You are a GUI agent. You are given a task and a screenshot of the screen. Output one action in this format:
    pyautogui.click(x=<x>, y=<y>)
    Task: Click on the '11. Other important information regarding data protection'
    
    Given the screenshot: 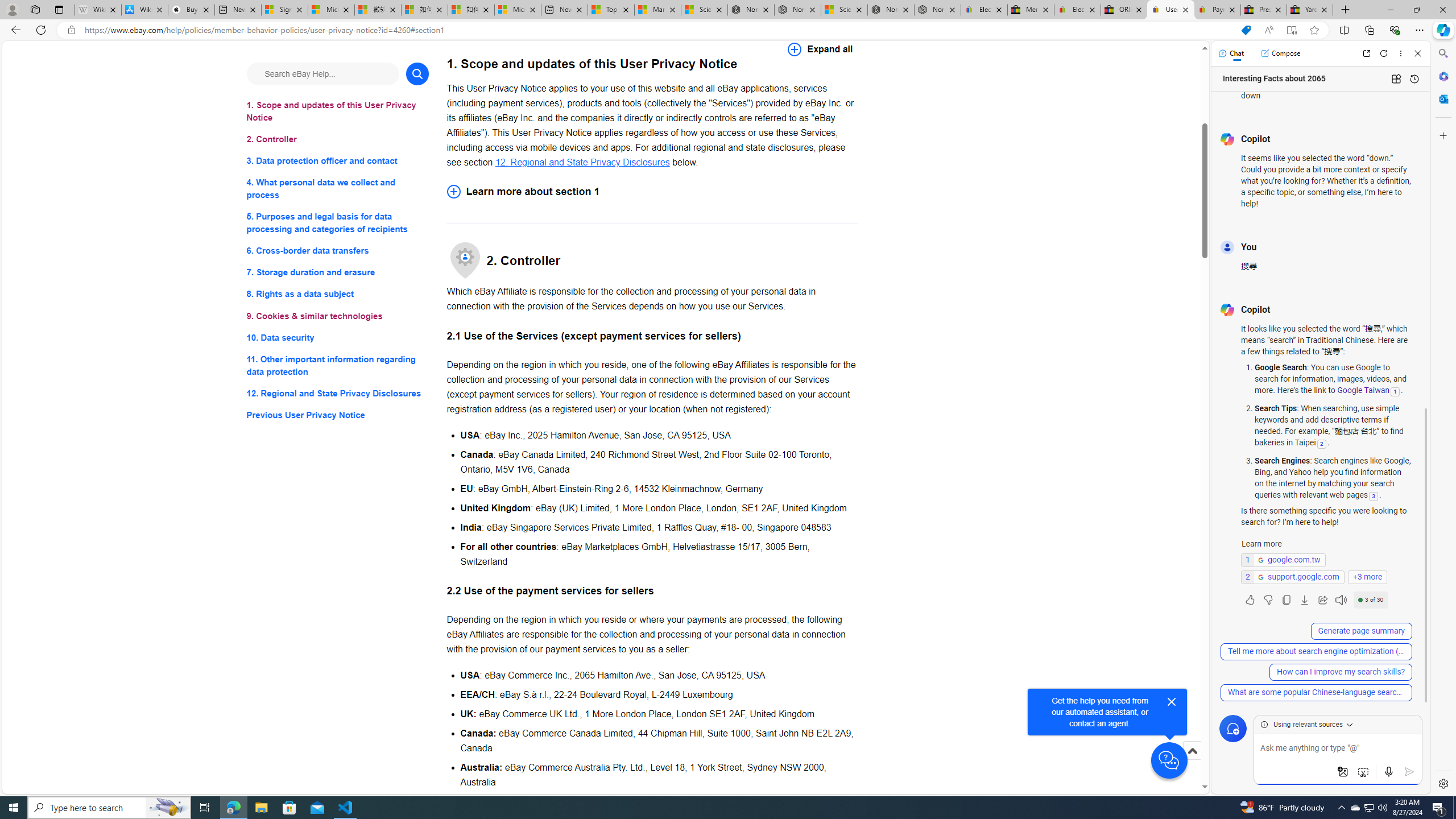 What is the action you would take?
    pyautogui.click(x=337, y=365)
    